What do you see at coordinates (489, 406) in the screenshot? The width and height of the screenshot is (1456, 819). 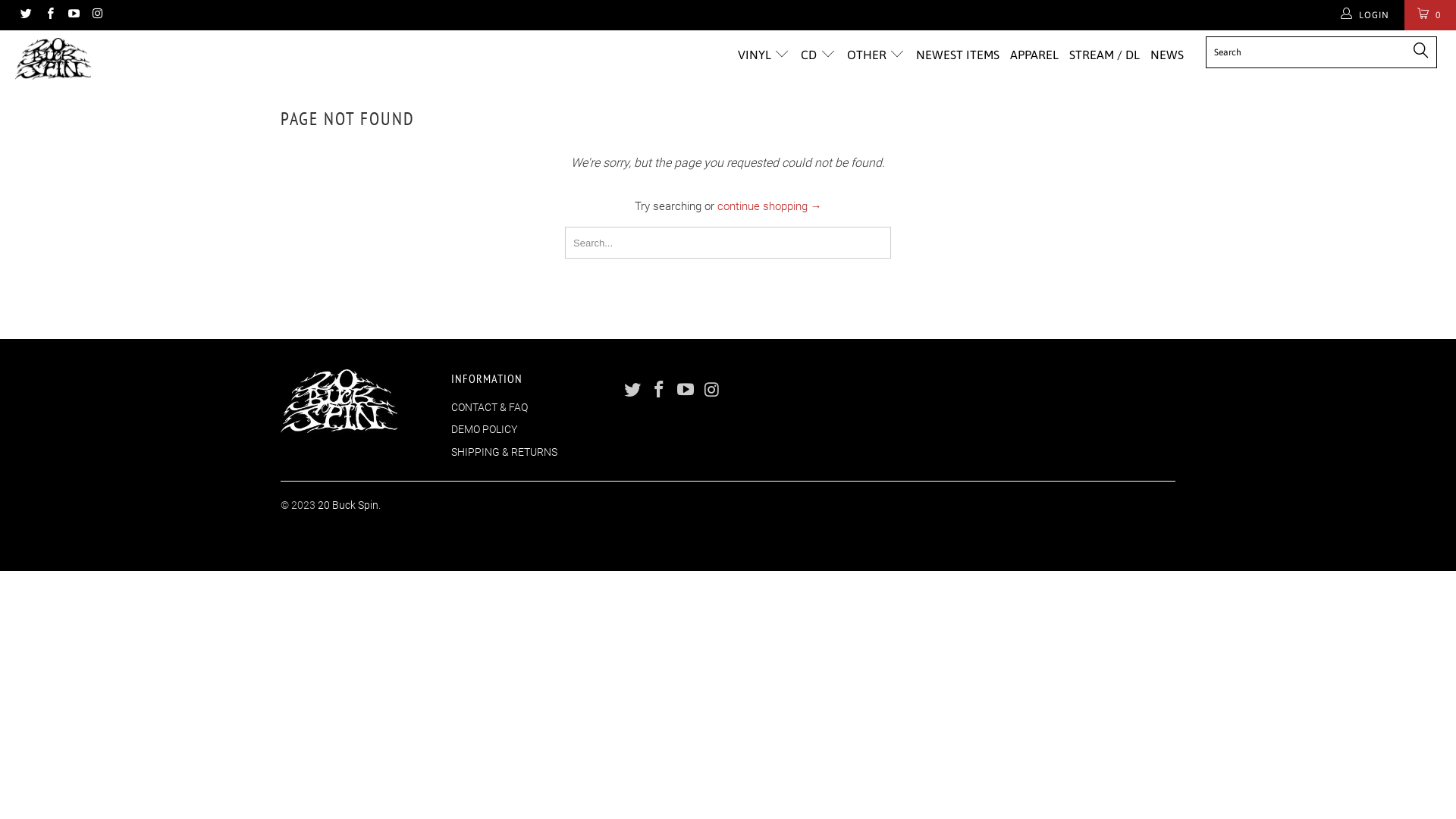 I see `'CONTACT & FAQ'` at bounding box center [489, 406].